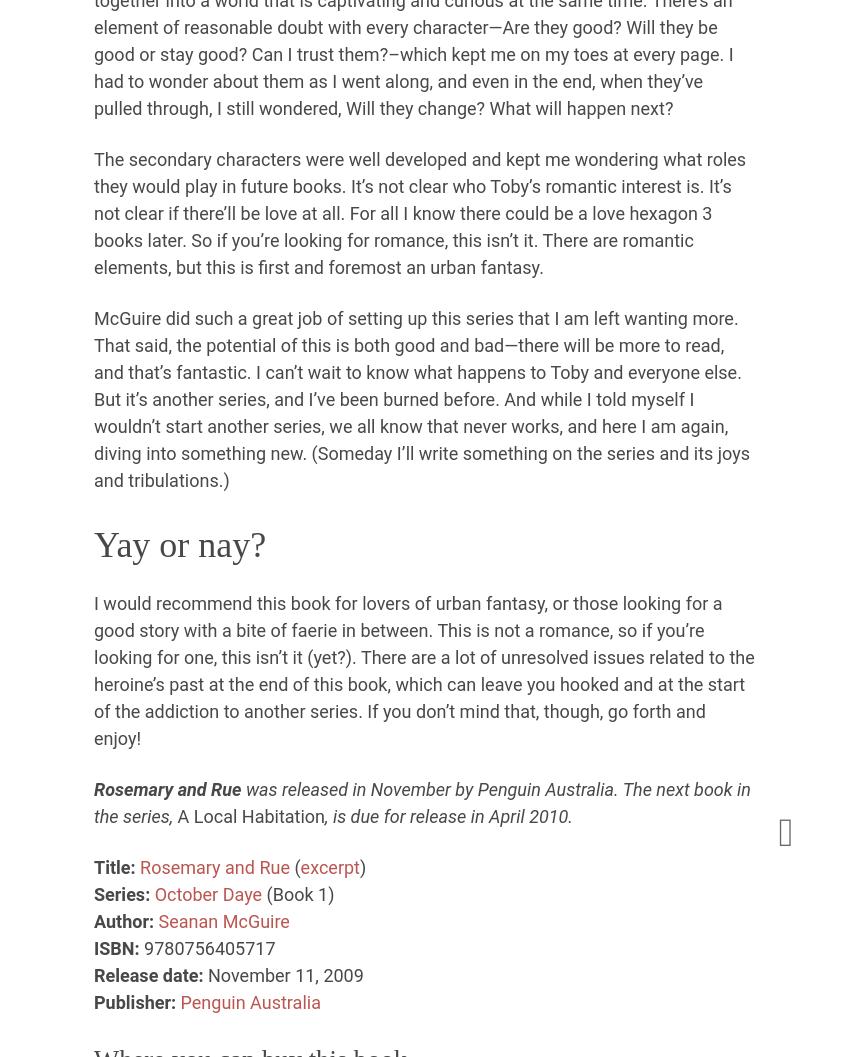 The image size is (850, 1057). Describe the element at coordinates (293, 865) in the screenshot. I see `'('` at that location.